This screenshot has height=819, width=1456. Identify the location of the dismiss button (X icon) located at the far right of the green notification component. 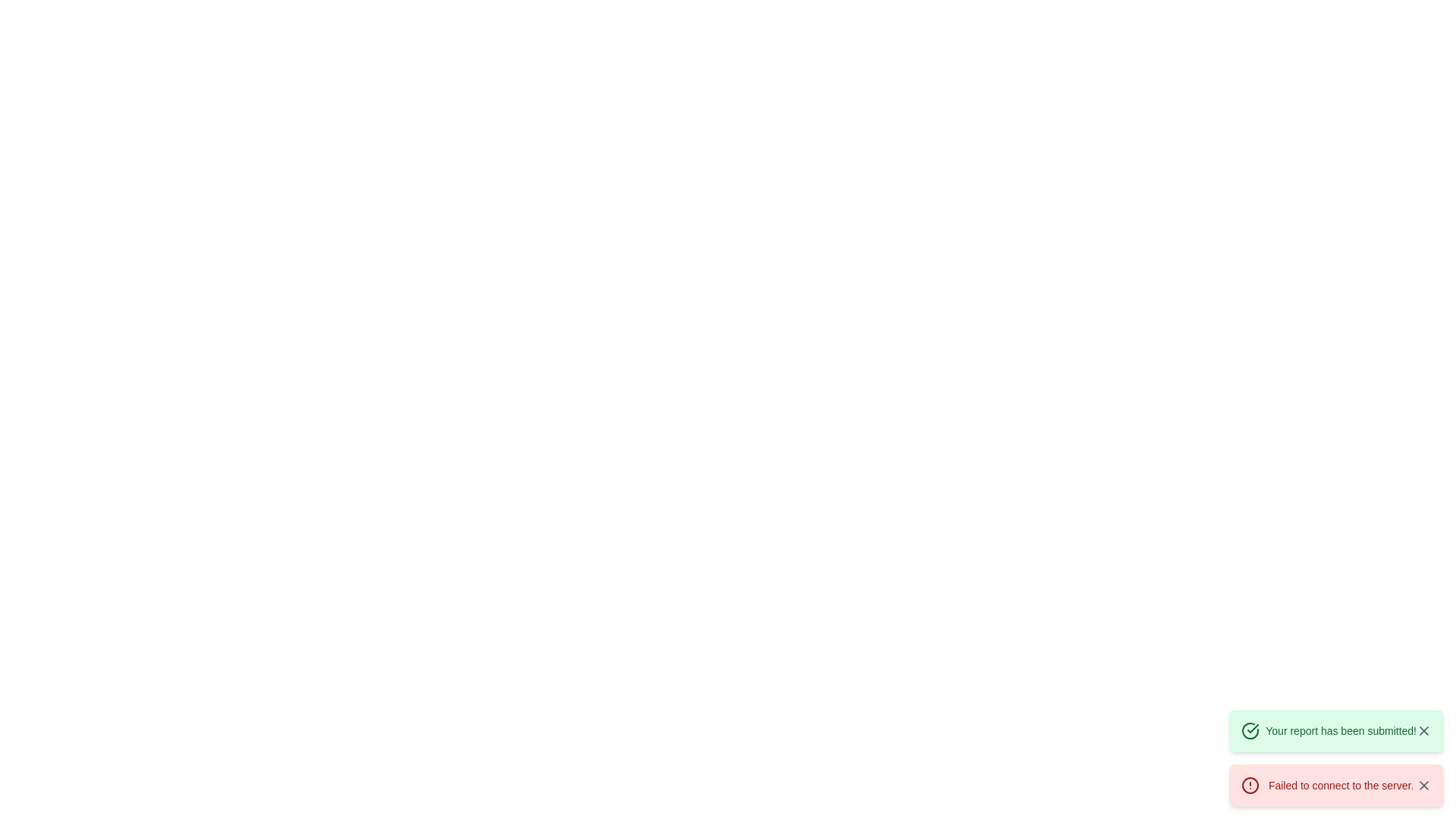
(1423, 730).